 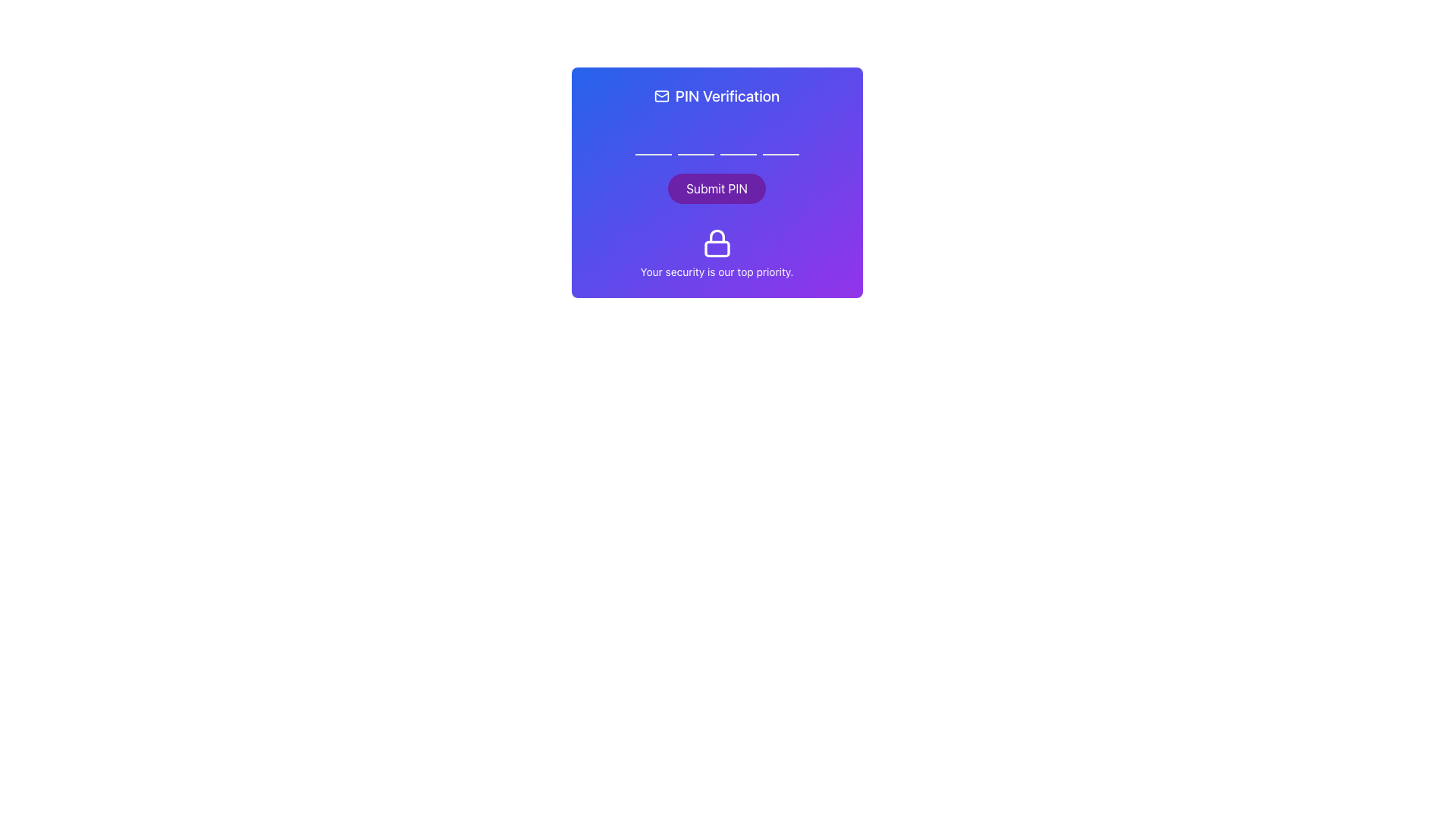 I want to click on one of the four text input boxes aligned horizontally in the group located below the 'PIN Verification' heading and above the 'Submit PIN' button, so click(x=716, y=137).